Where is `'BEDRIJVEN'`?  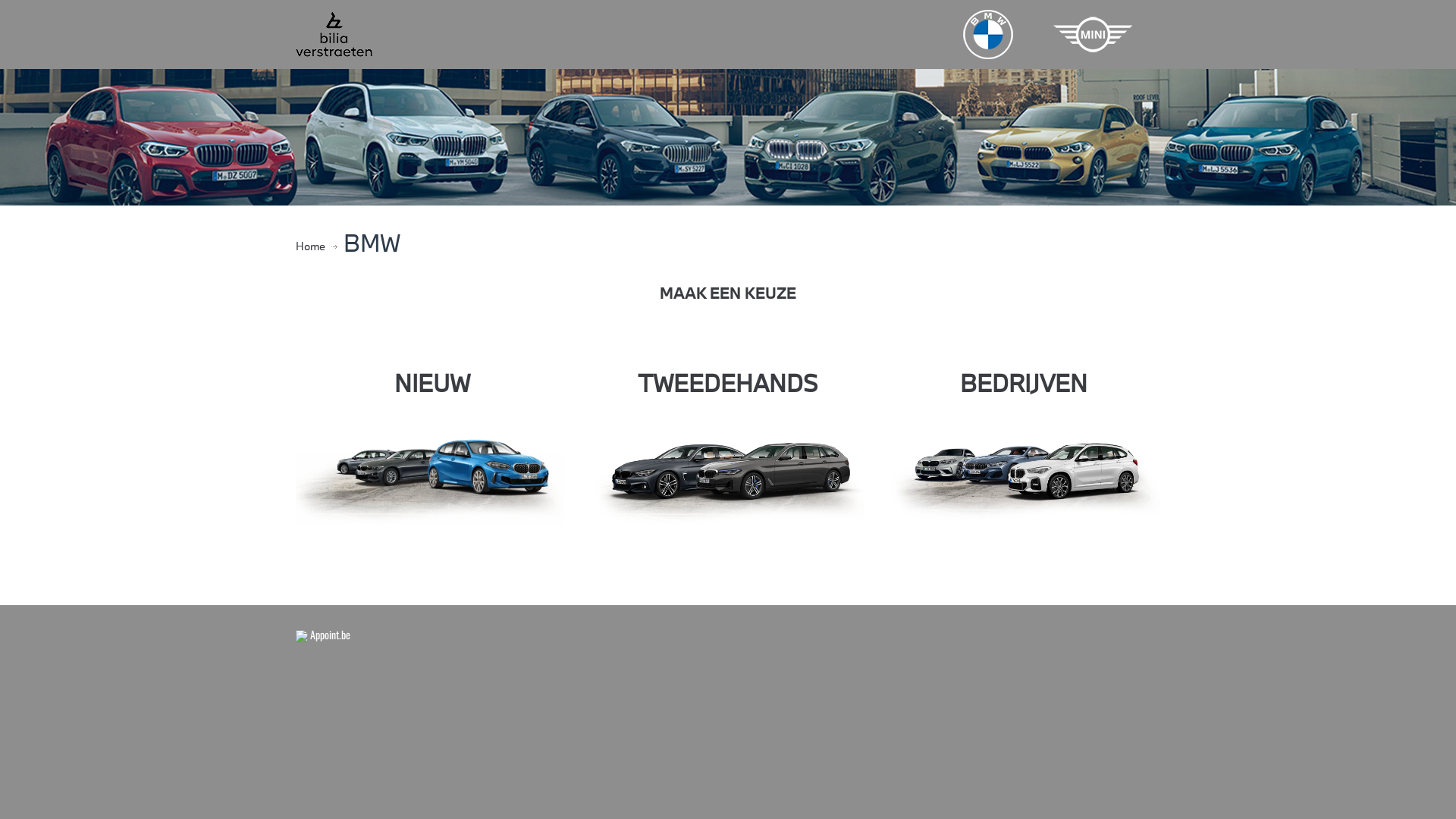 'BEDRIJVEN' is located at coordinates (1023, 382).